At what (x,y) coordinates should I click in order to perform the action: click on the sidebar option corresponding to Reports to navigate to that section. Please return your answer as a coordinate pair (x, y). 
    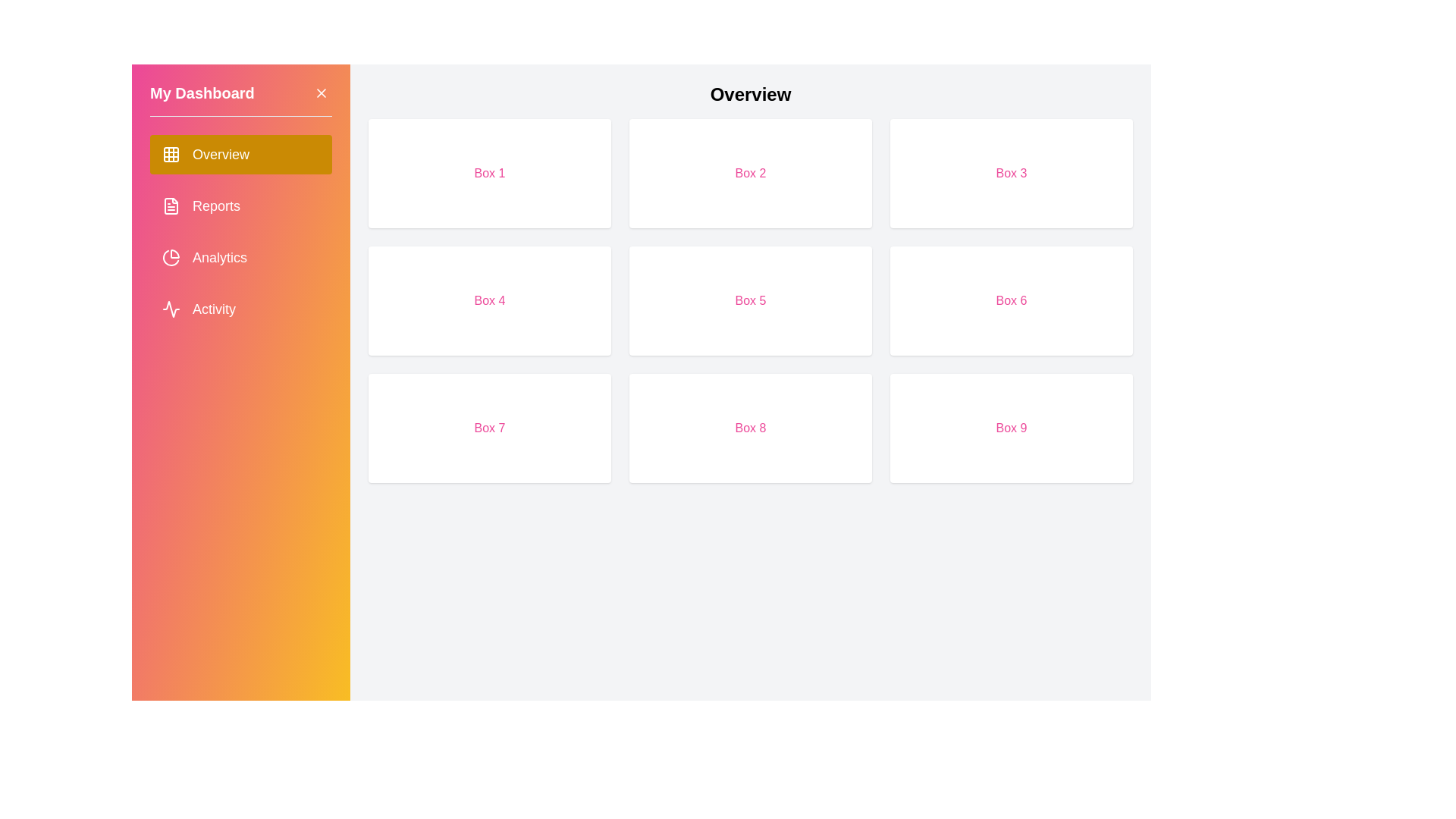
    Looking at the image, I should click on (240, 206).